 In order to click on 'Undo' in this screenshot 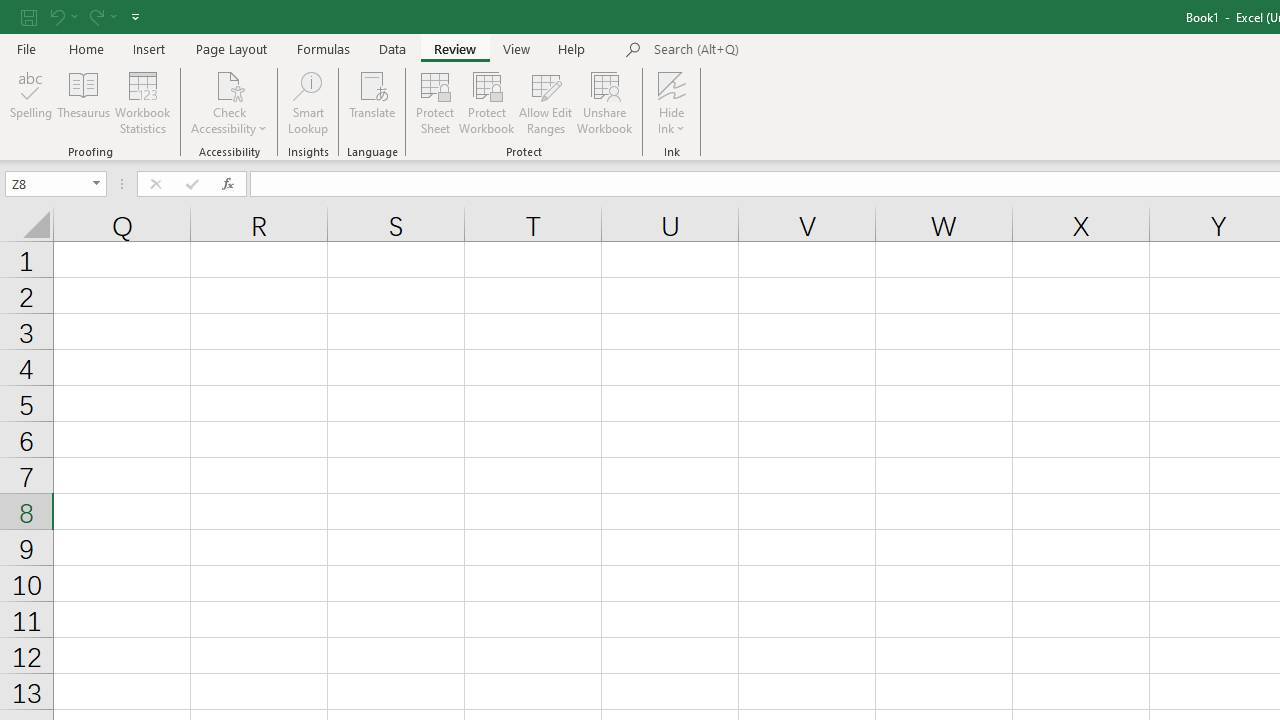, I will do `click(56, 16)`.